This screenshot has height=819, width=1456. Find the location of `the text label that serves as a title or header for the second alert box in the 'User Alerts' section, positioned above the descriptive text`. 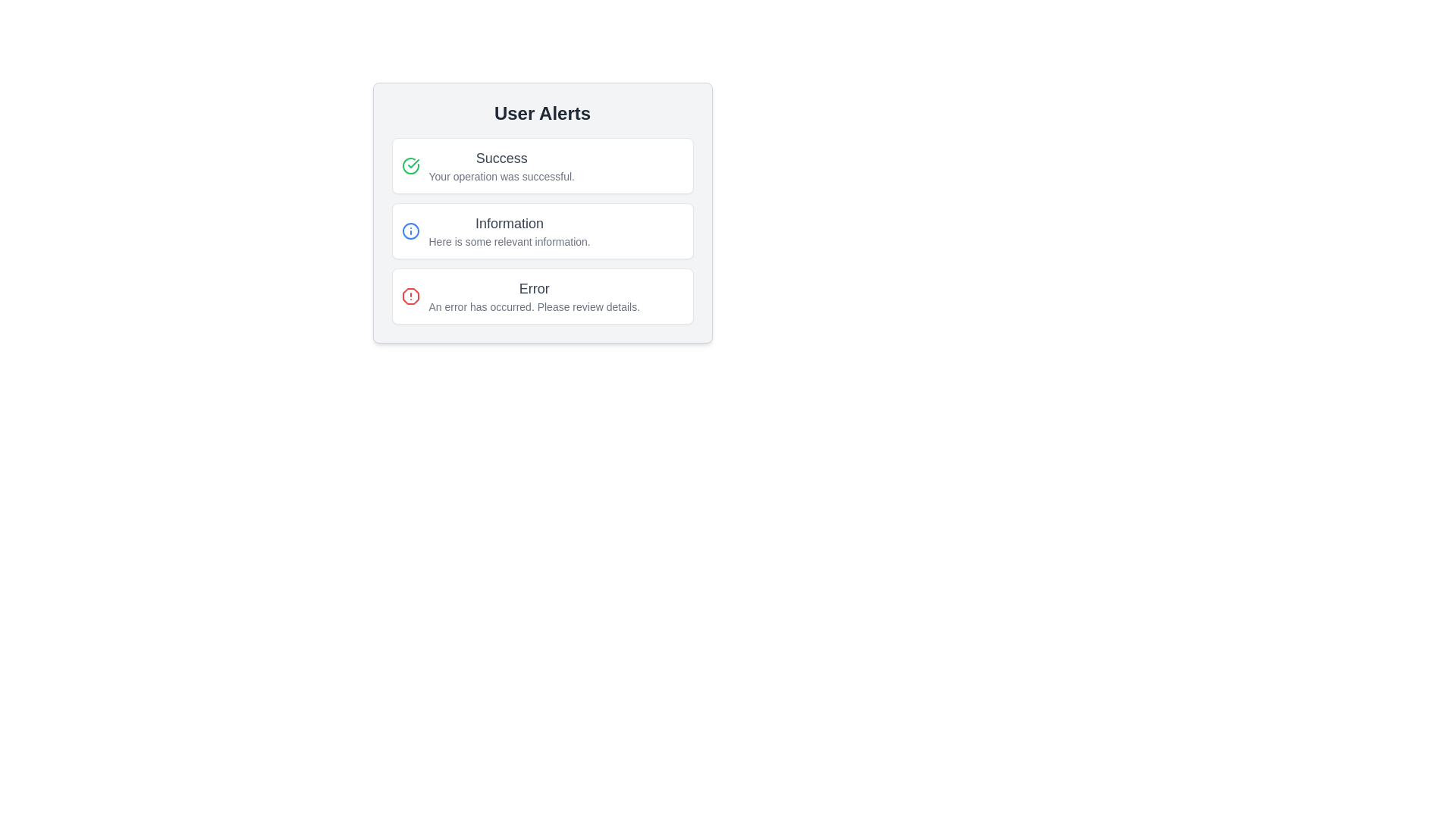

the text label that serves as a title or header for the second alert box in the 'User Alerts' section, positioned above the descriptive text is located at coordinates (510, 223).